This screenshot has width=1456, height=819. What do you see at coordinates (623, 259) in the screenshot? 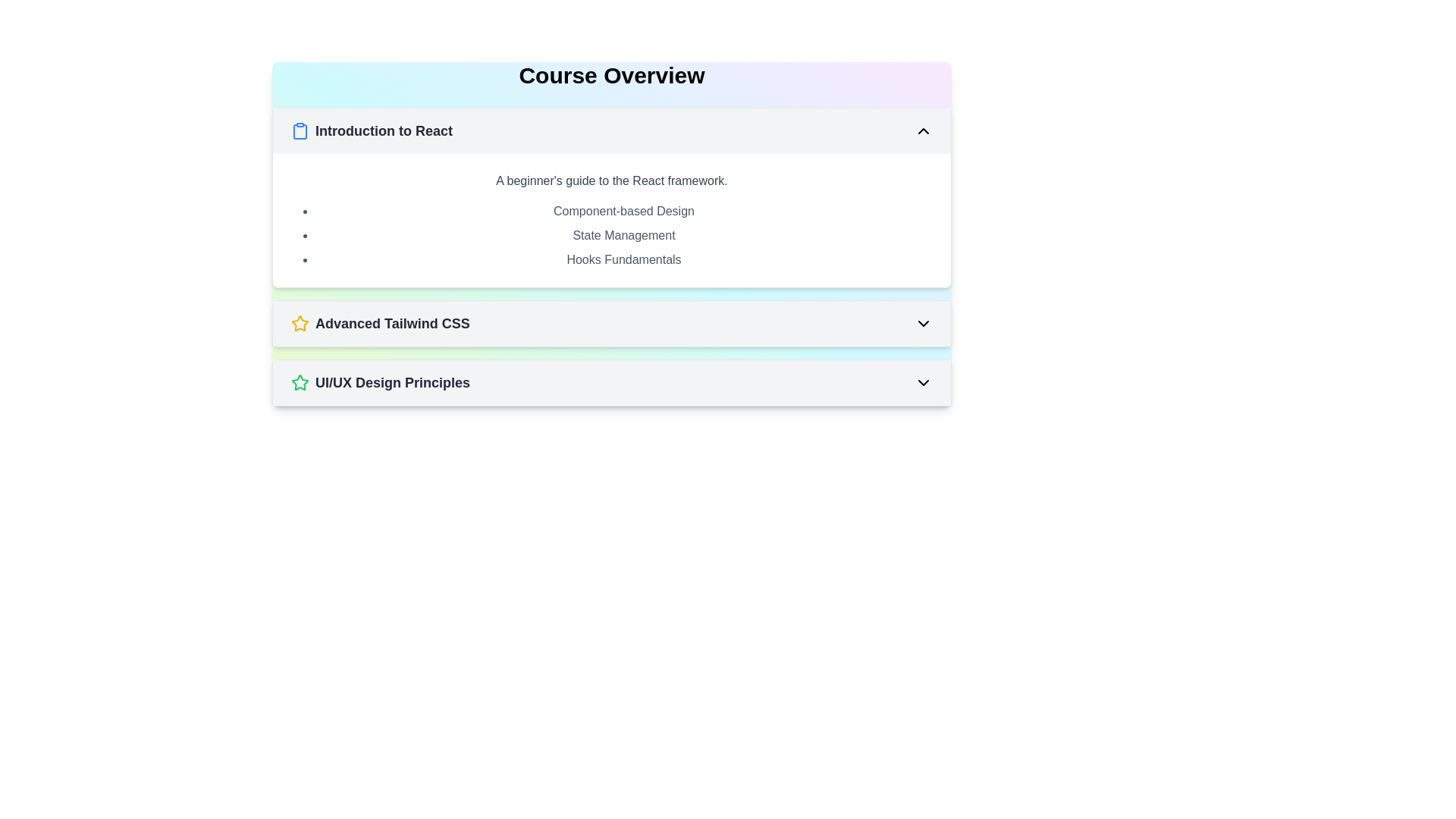
I see `the text element that represents the last item in the bulleted list under 'Introduction to React', which is located below 'State Management'` at bounding box center [623, 259].